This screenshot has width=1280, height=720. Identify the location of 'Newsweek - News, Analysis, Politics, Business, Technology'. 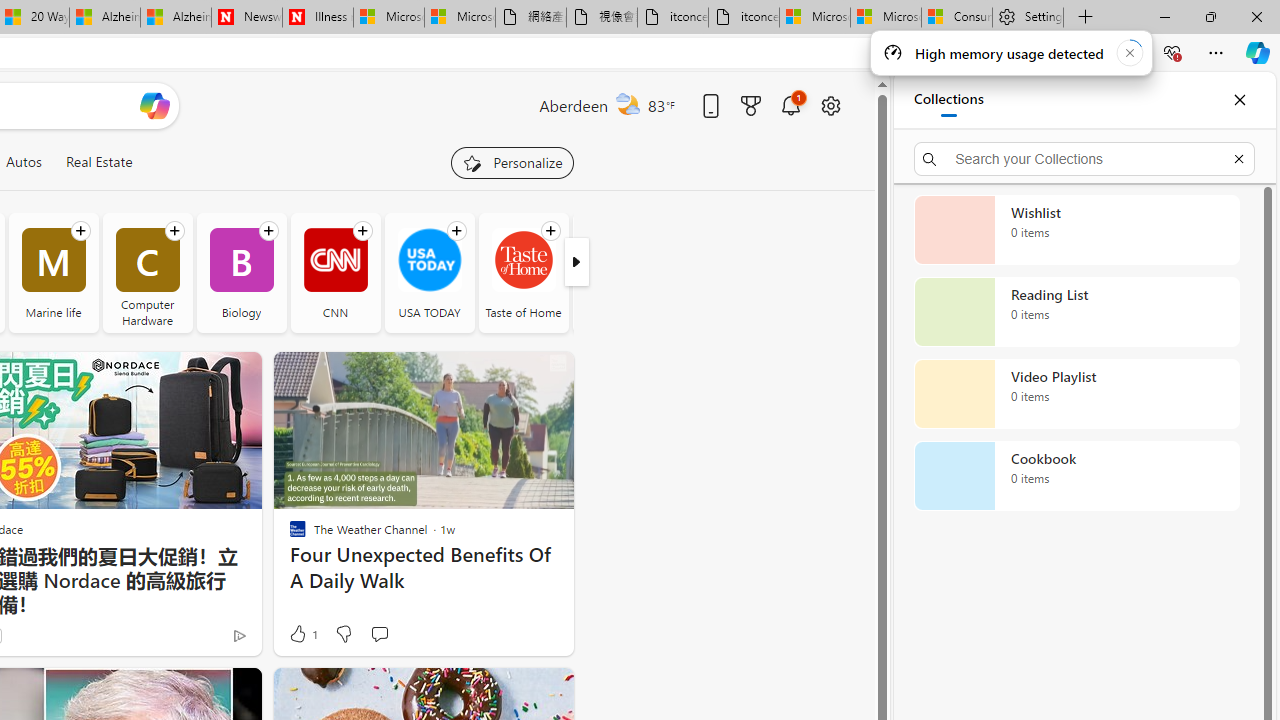
(246, 17).